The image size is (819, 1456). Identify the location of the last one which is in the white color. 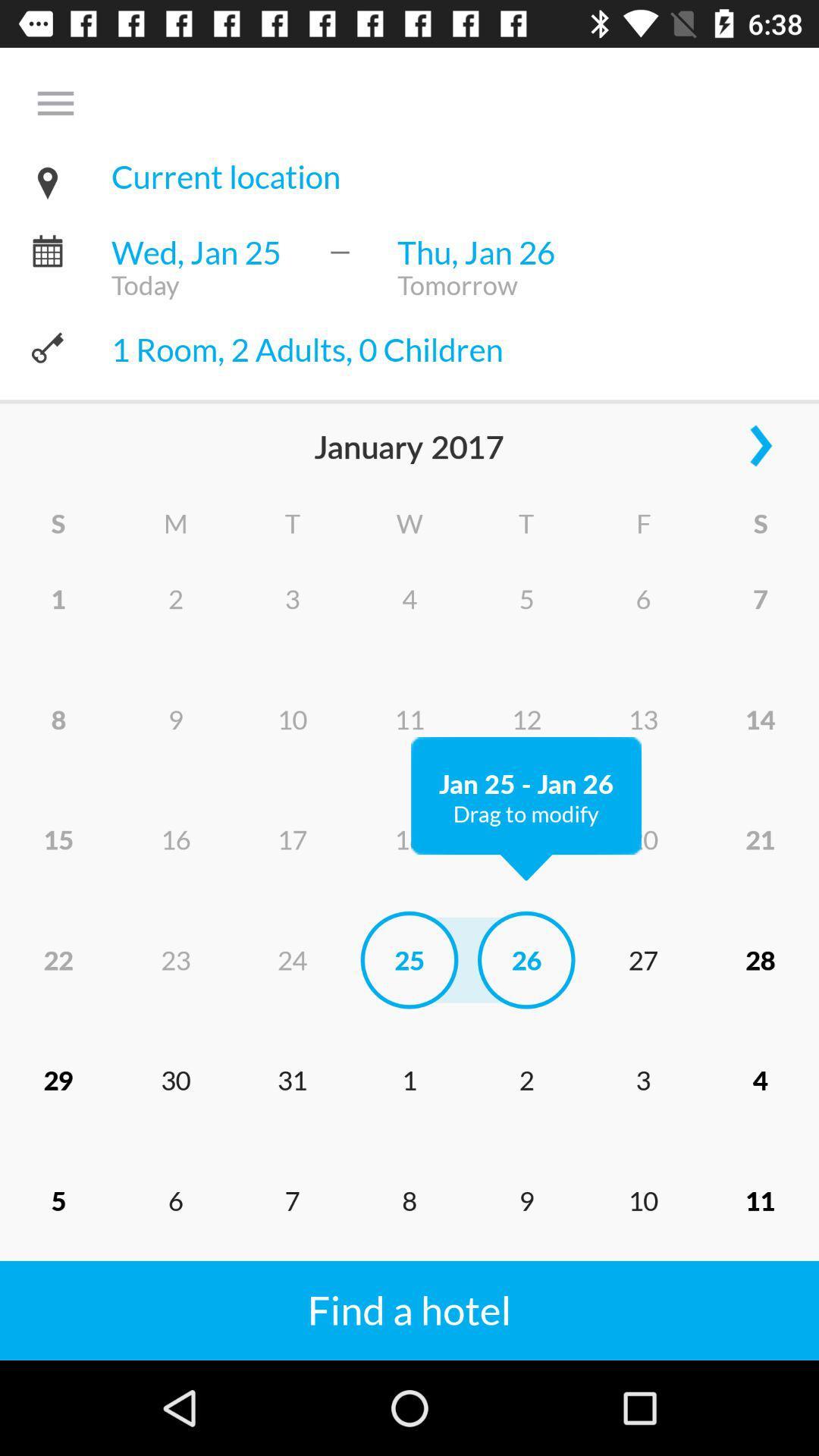
(422, 1291).